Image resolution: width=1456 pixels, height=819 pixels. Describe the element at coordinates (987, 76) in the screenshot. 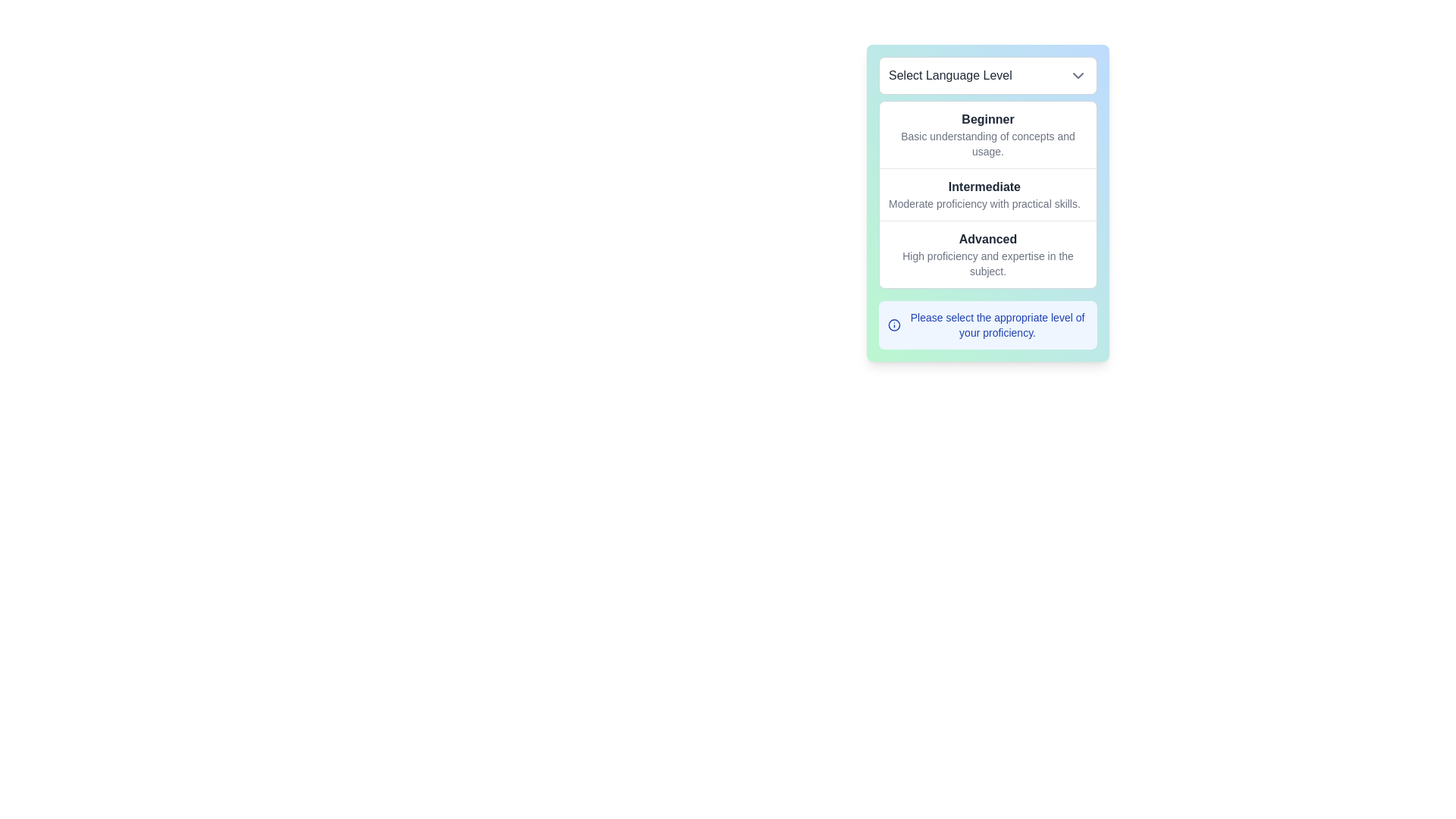

I see `the Dropdown-trigger component labeled 'Select Language Level'` at that location.